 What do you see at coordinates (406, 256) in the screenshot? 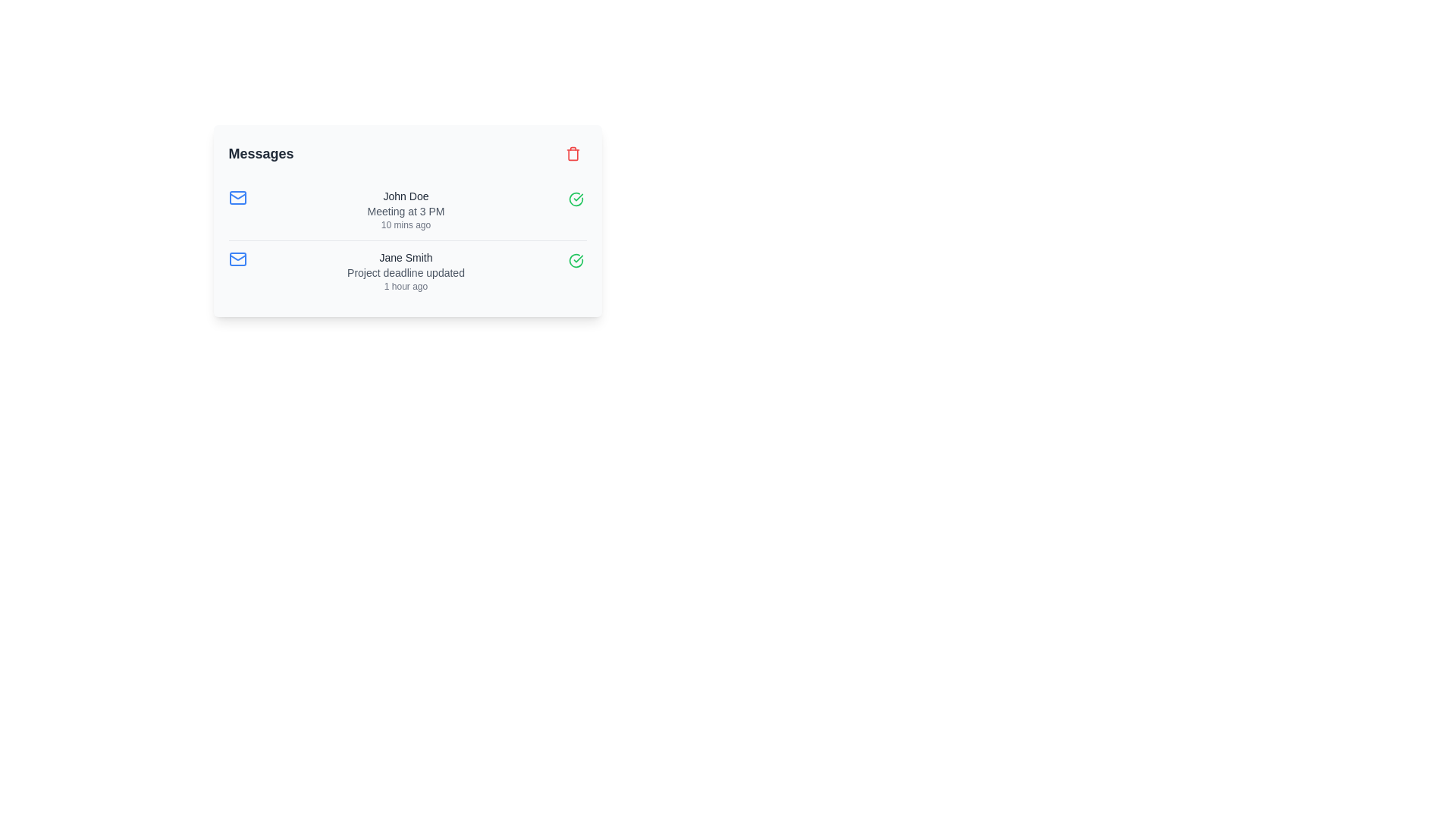
I see `static text label displaying 'Jane Smith' which is styled in a medium-sized dark gray font and is part of the user information section` at bounding box center [406, 256].